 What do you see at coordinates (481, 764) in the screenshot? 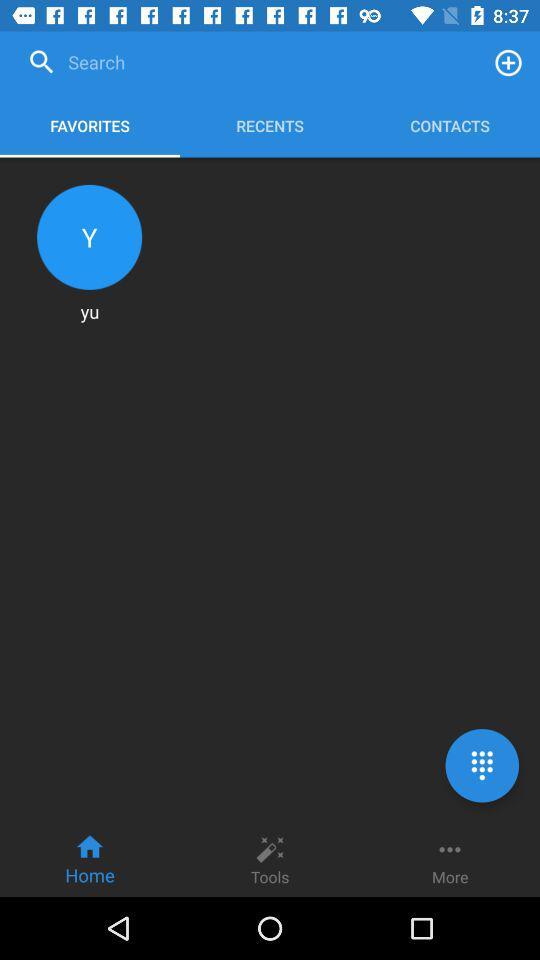
I see `the dialpad icon` at bounding box center [481, 764].